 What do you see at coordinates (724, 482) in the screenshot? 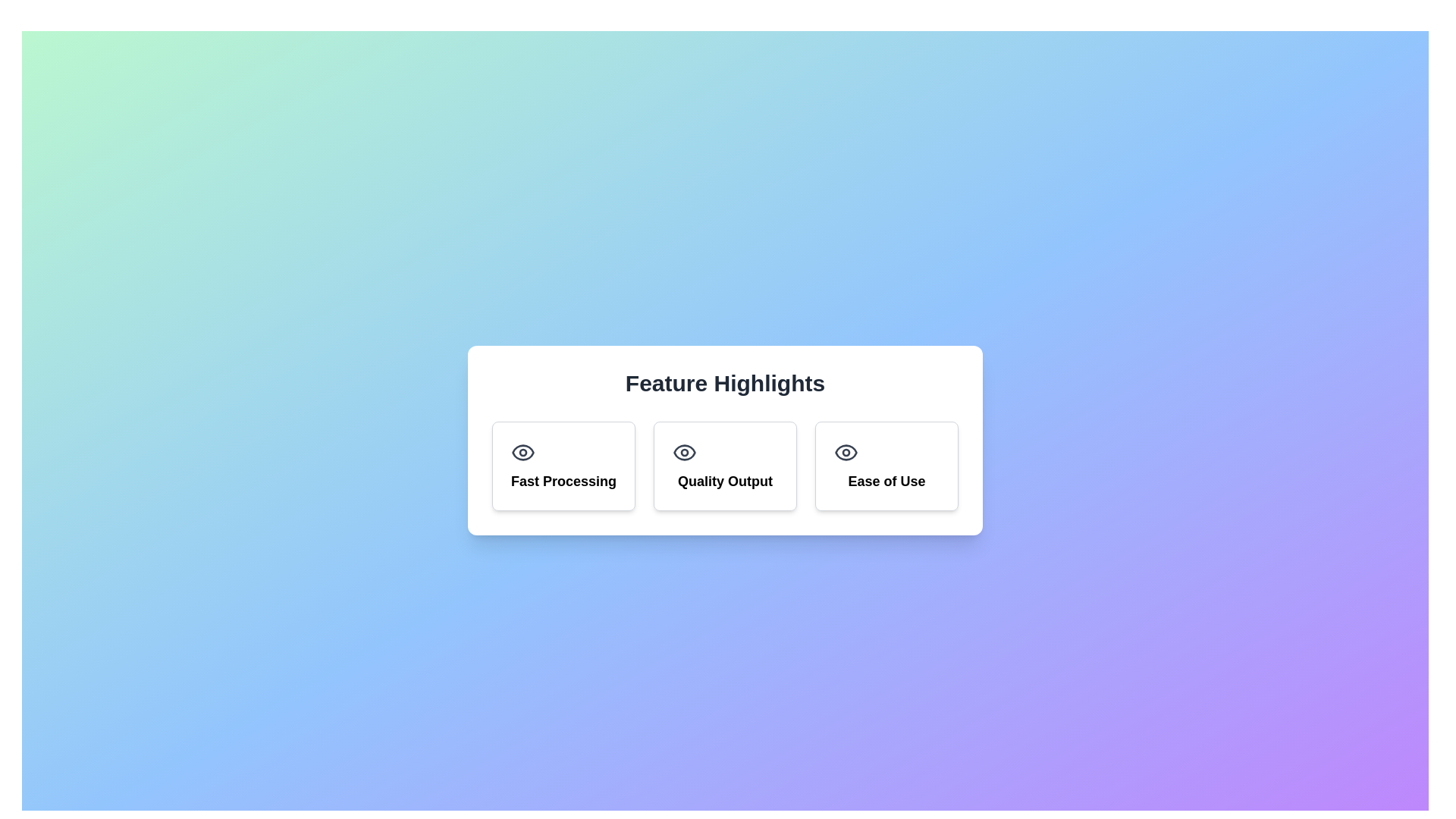
I see `text label that reads 'Quality Output', which is styled with a bold, slightly larger font and is centrally located underneath an eye icon` at bounding box center [724, 482].